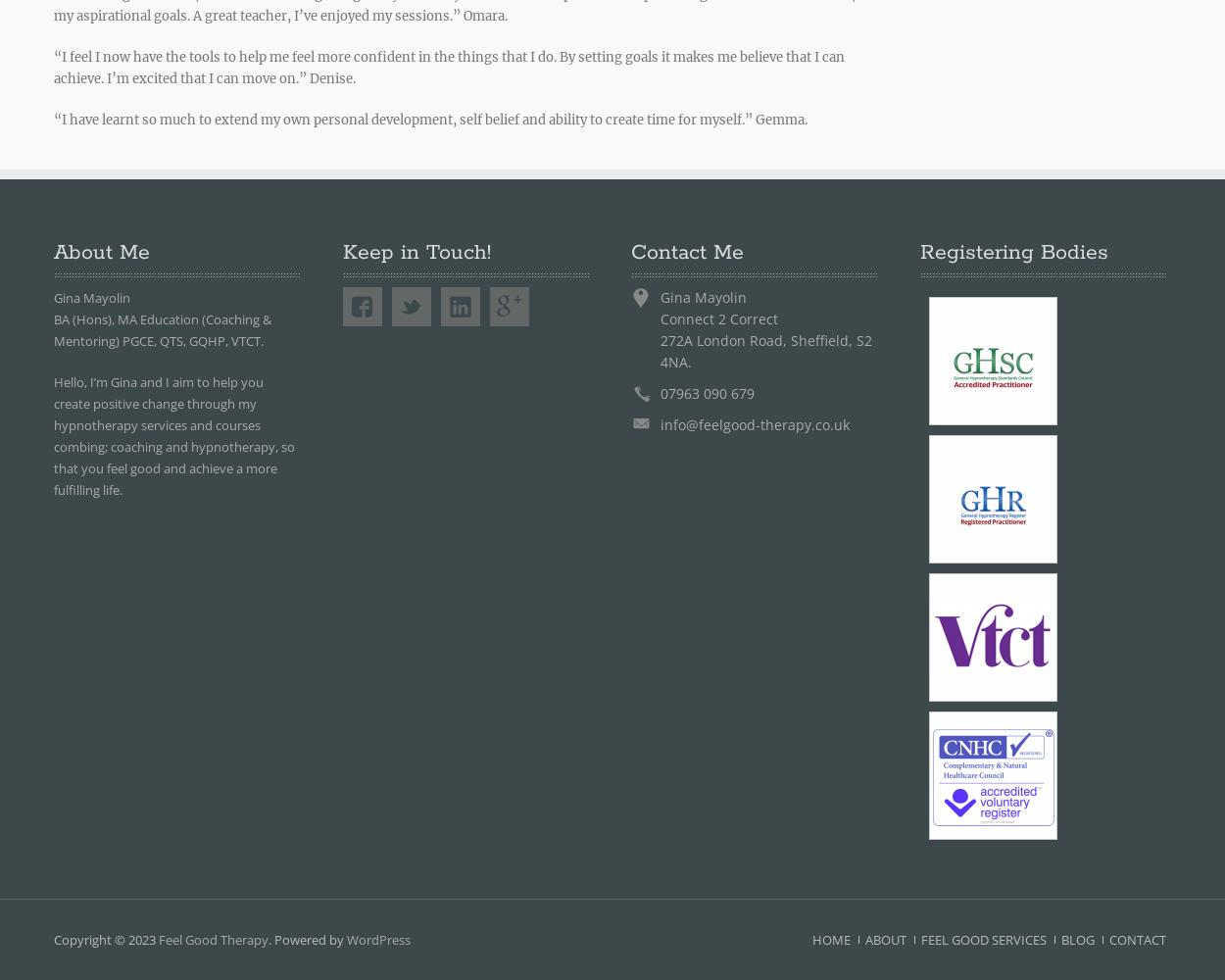  What do you see at coordinates (984, 939) in the screenshot?
I see `'Feel Good Services'` at bounding box center [984, 939].